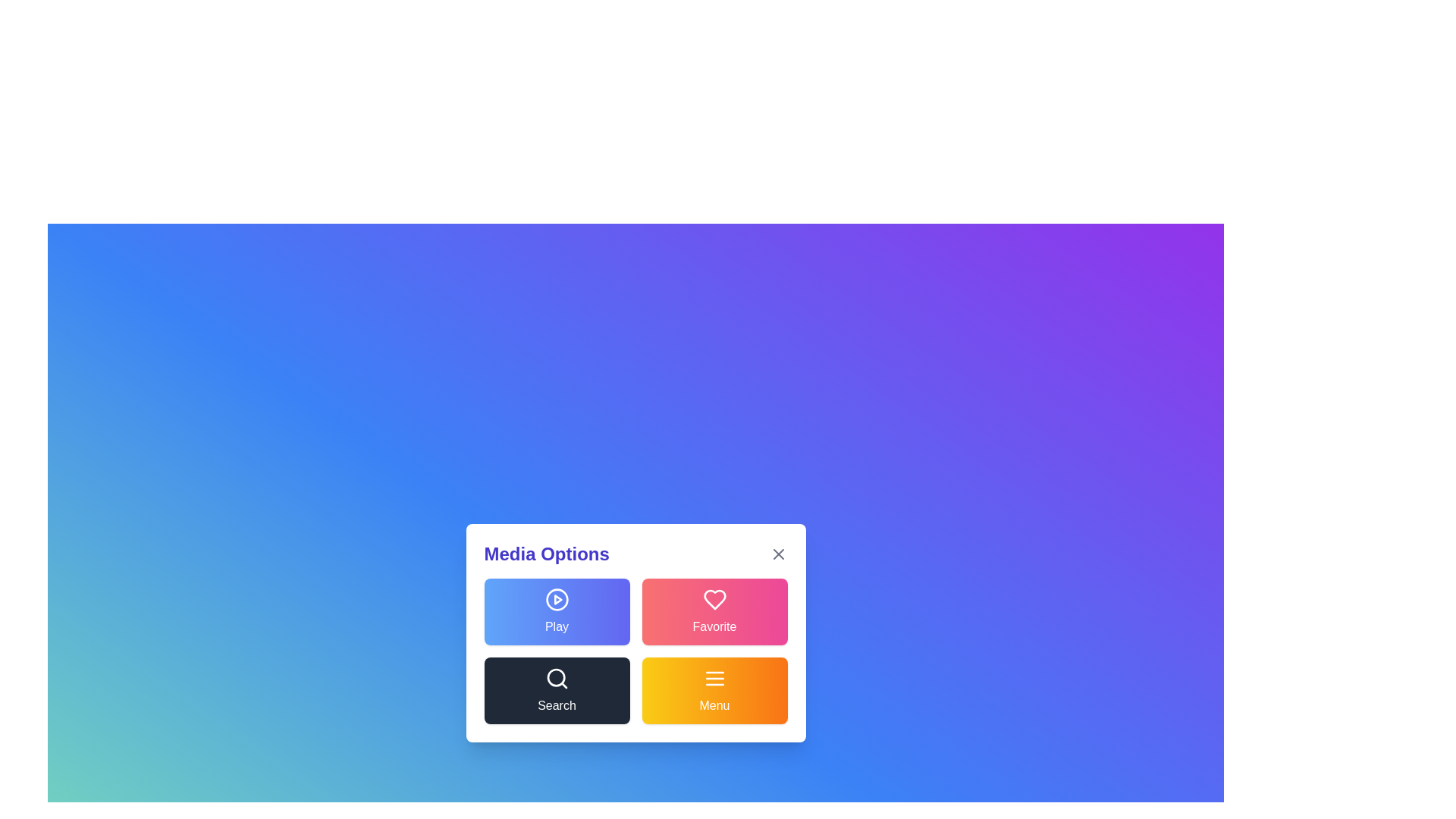  Describe the element at coordinates (556, 705) in the screenshot. I see `the 'Search' button text label inside the 'Media Options' modal, which indicates its functionality to perform a search operation` at that location.